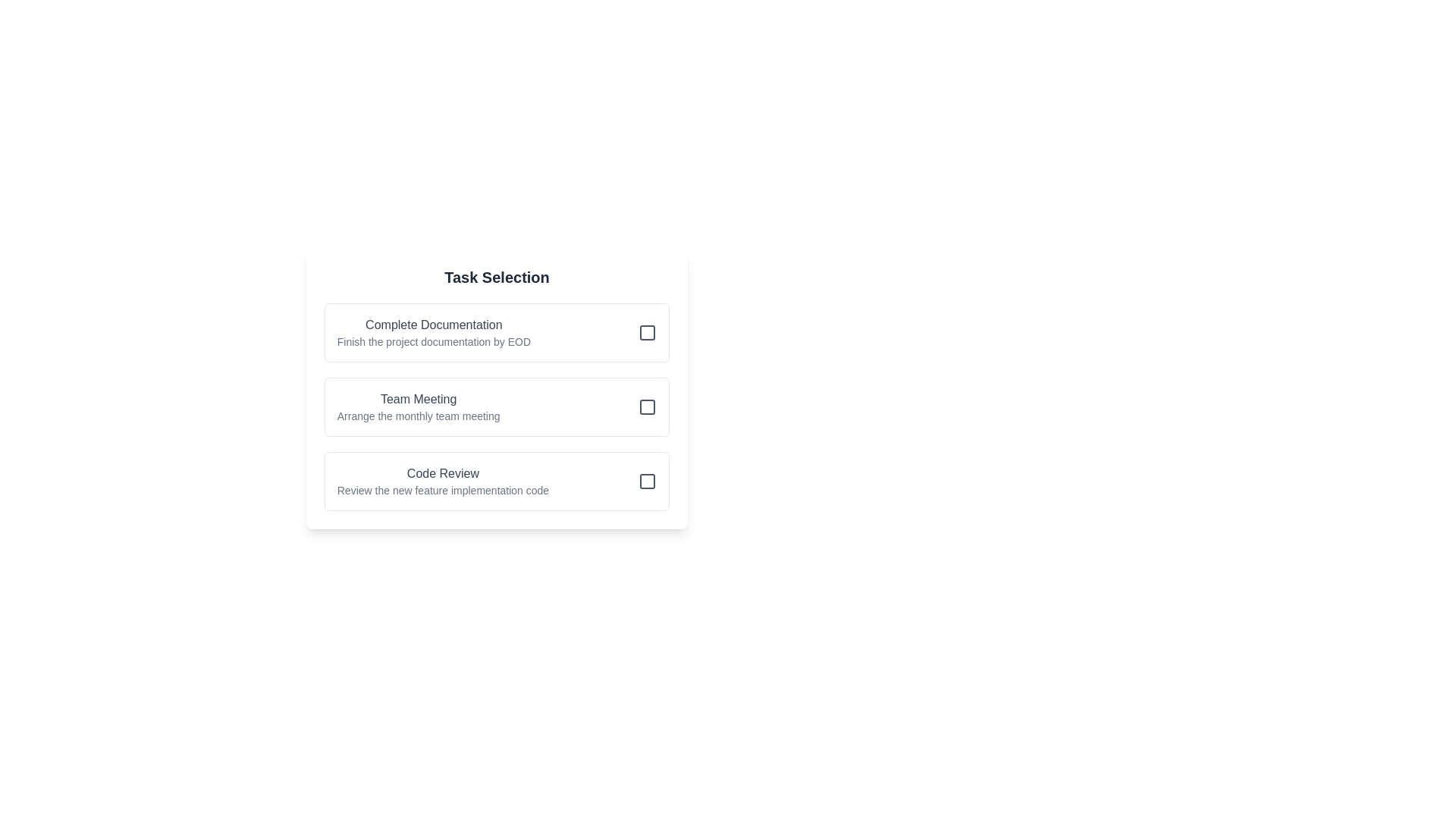 Image resolution: width=1456 pixels, height=819 pixels. I want to click on the non-interactive text element that provides additional information about the 'Team Meeting' task, positioned directly below the 'Team Meeting' title, so click(419, 416).